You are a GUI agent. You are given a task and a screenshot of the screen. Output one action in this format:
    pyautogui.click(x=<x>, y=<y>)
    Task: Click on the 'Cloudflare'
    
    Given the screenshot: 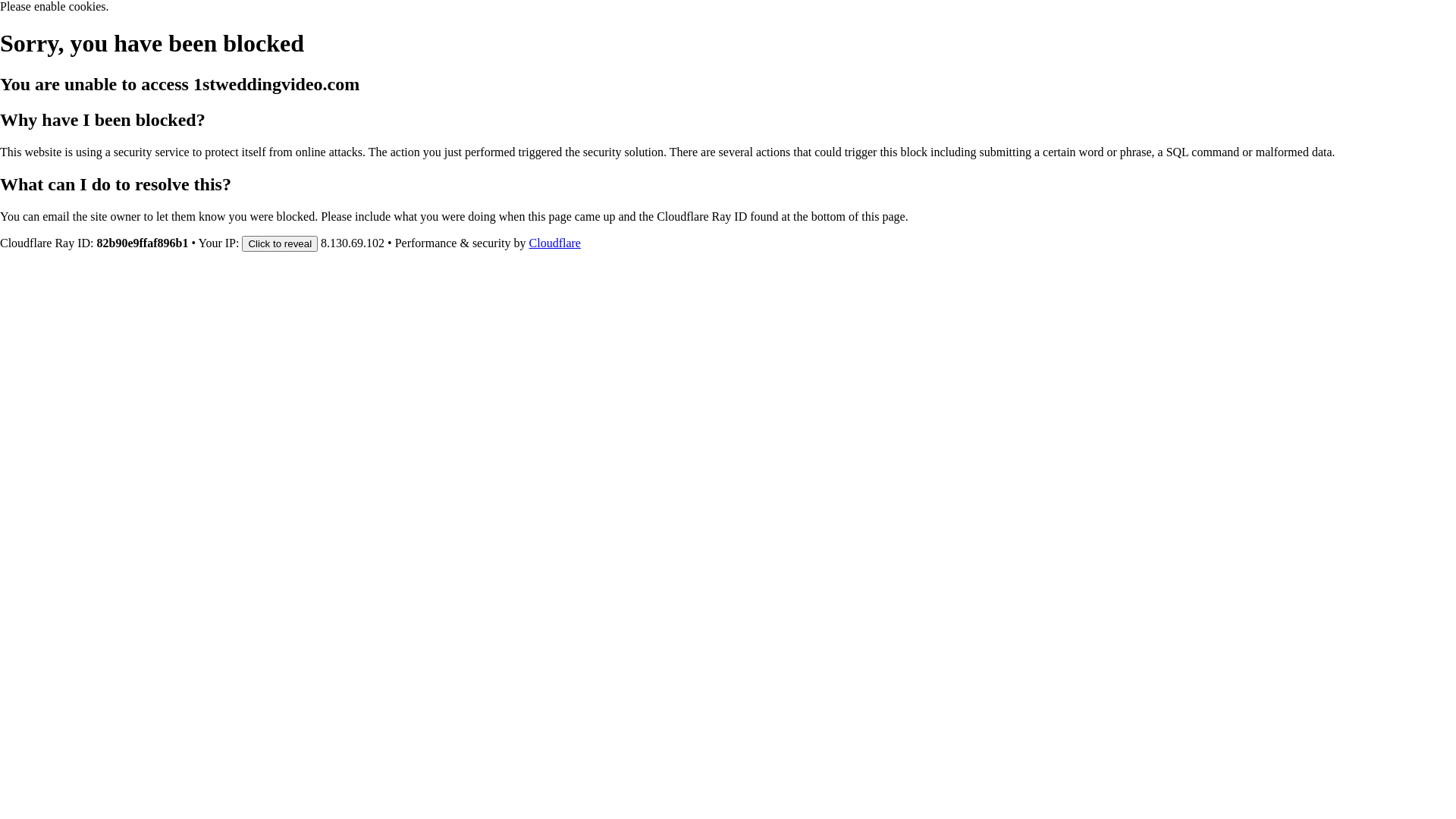 What is the action you would take?
    pyautogui.click(x=554, y=242)
    